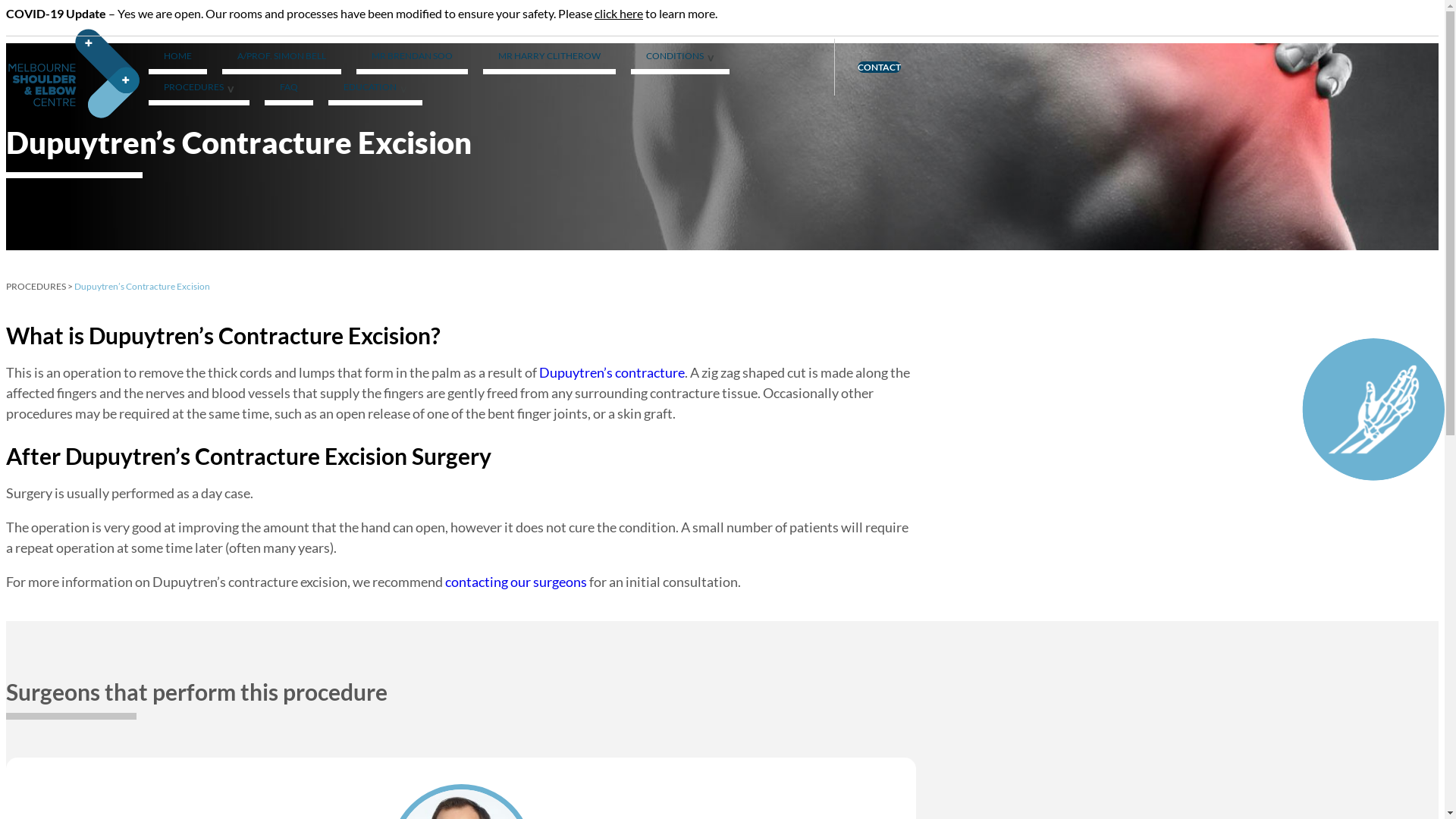 The image size is (1456, 819). Describe the element at coordinates (177, 58) in the screenshot. I see `'HOME'` at that location.